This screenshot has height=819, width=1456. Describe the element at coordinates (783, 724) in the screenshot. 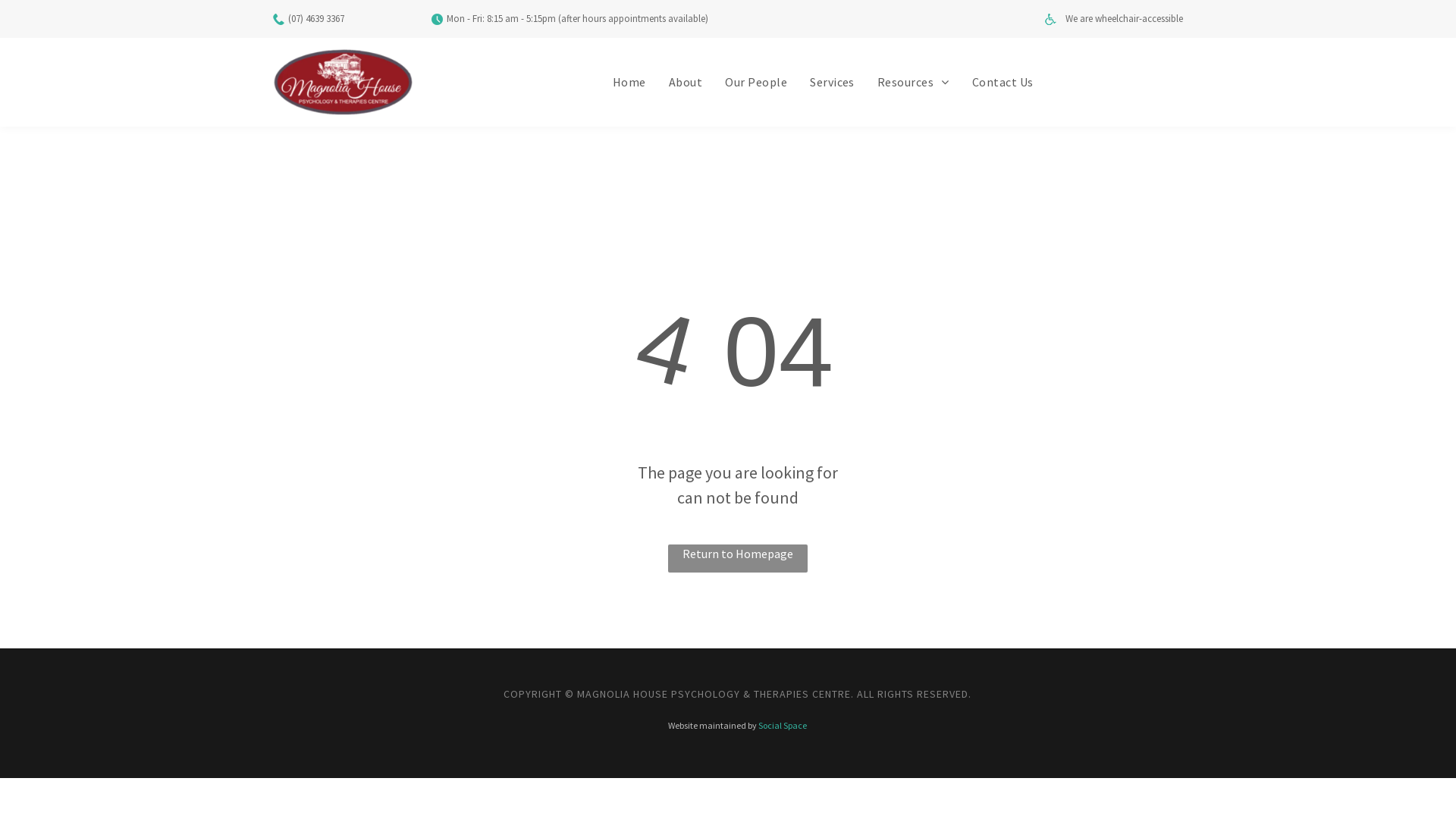

I see `'Social Space'` at that location.